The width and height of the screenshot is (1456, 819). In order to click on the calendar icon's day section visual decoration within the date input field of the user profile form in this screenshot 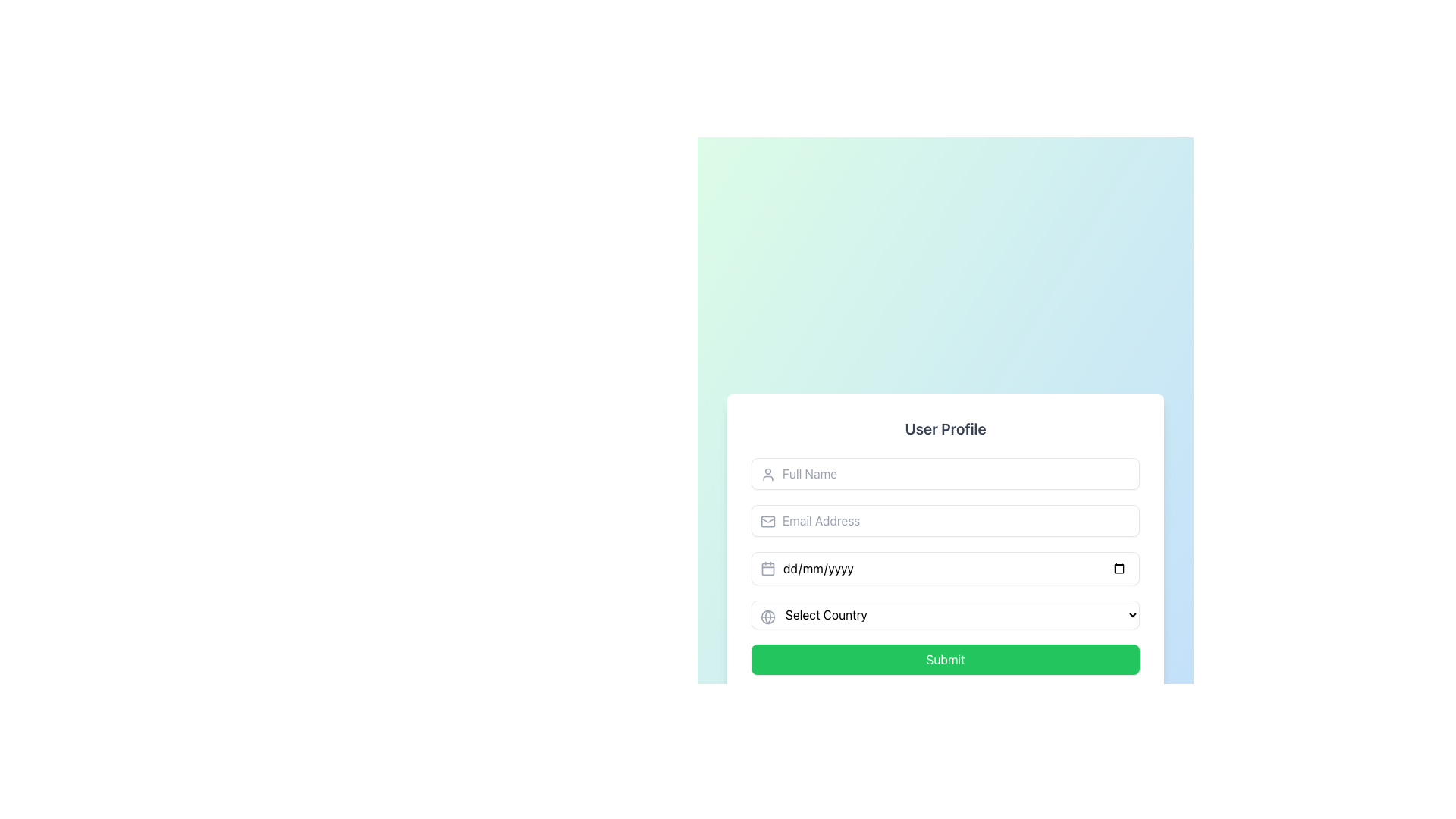, I will do `click(767, 568)`.